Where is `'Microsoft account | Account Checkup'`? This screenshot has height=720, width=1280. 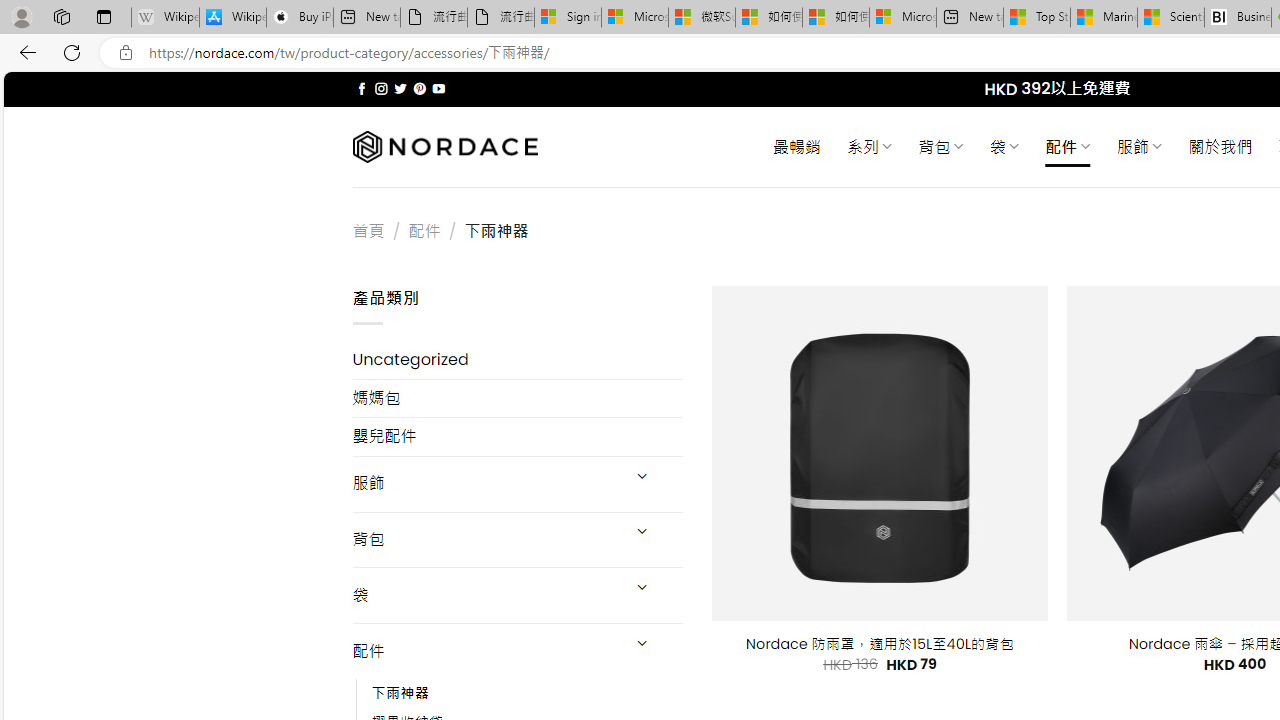
'Microsoft account | Account Checkup' is located at coordinates (902, 17).